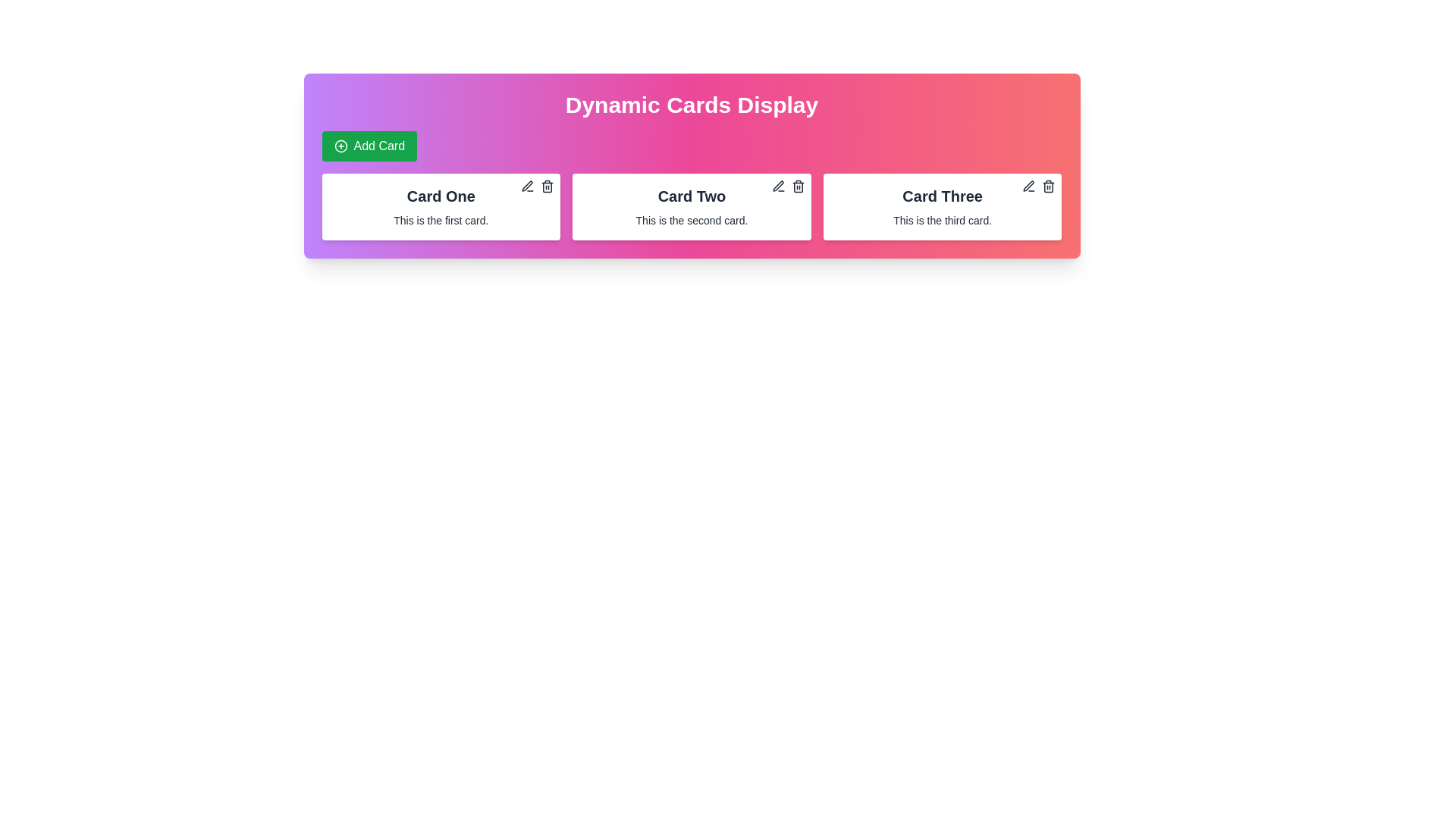  What do you see at coordinates (778, 185) in the screenshot?
I see `the pen-shaped icon in the top-right corner of the 'Card Two' section to initiate editing the card` at bounding box center [778, 185].